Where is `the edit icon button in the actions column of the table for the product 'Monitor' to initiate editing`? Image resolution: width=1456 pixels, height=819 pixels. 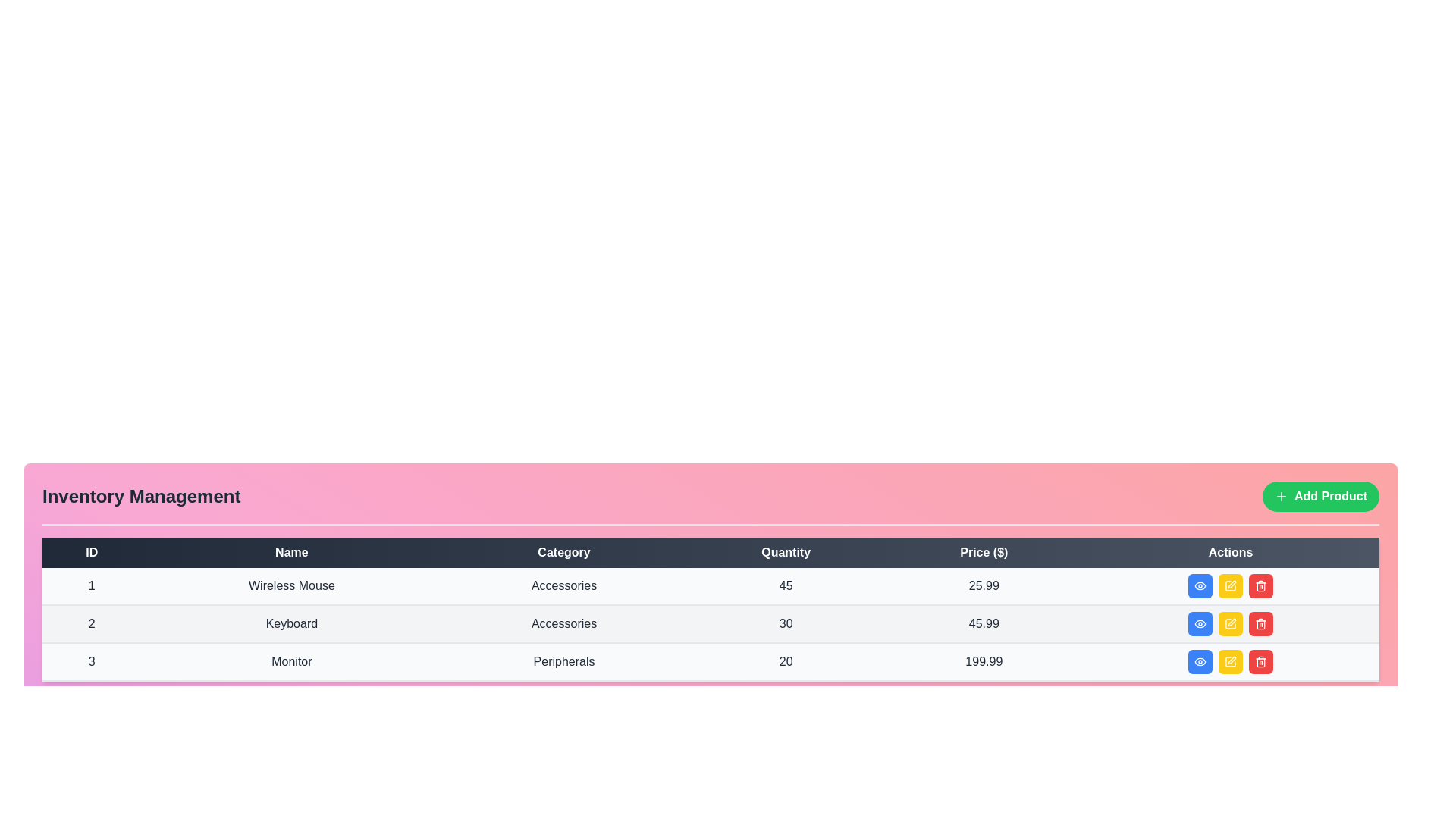 the edit icon button in the actions column of the table for the product 'Monitor' to initiate editing is located at coordinates (1231, 661).